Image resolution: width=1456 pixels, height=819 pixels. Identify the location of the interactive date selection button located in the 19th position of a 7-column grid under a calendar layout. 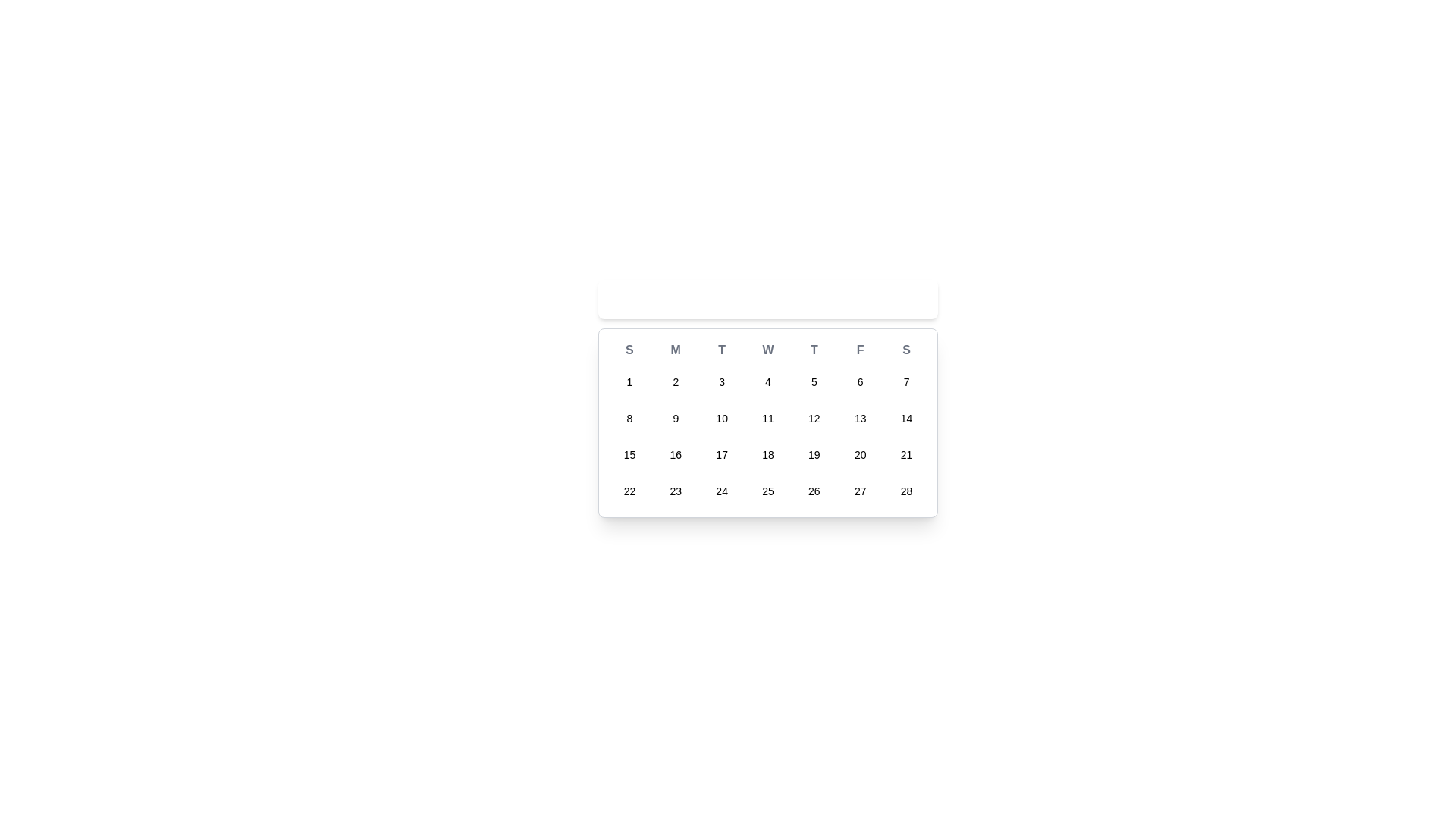
(813, 454).